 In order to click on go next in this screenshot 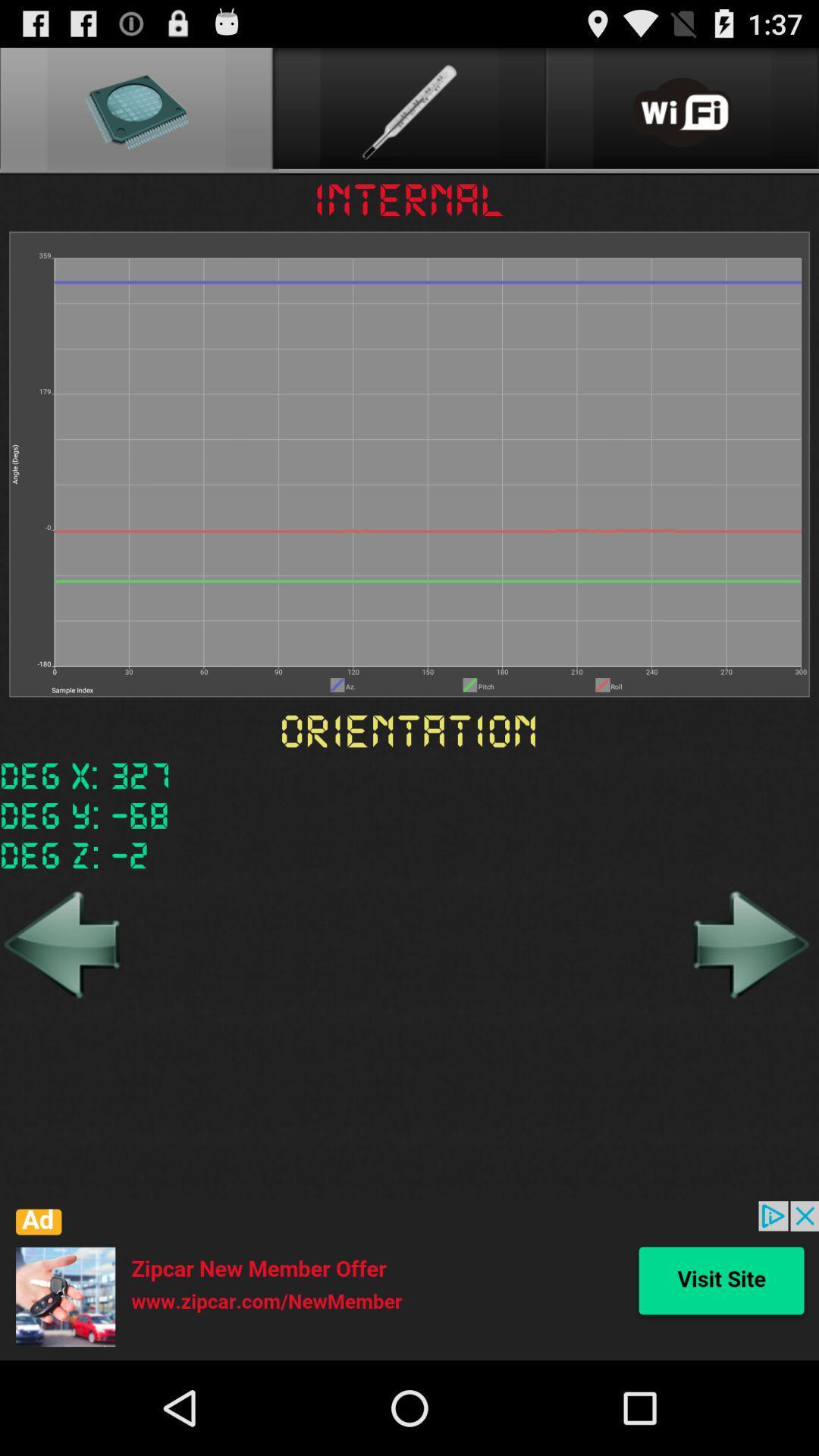, I will do `click(748, 943)`.